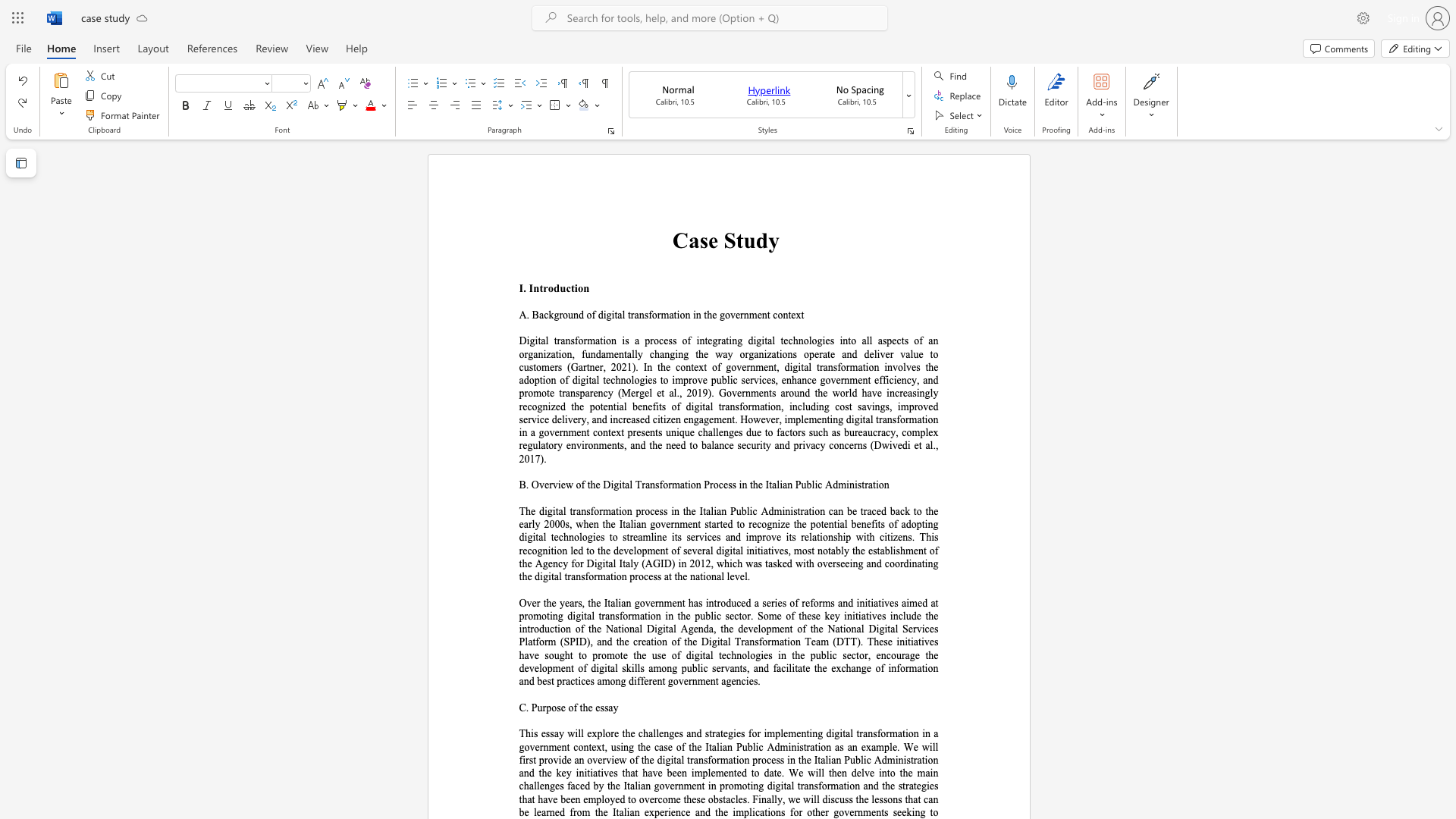 This screenshot has width=1456, height=819. What do you see at coordinates (544, 708) in the screenshot?
I see `the 1th character "r" in the text` at bounding box center [544, 708].